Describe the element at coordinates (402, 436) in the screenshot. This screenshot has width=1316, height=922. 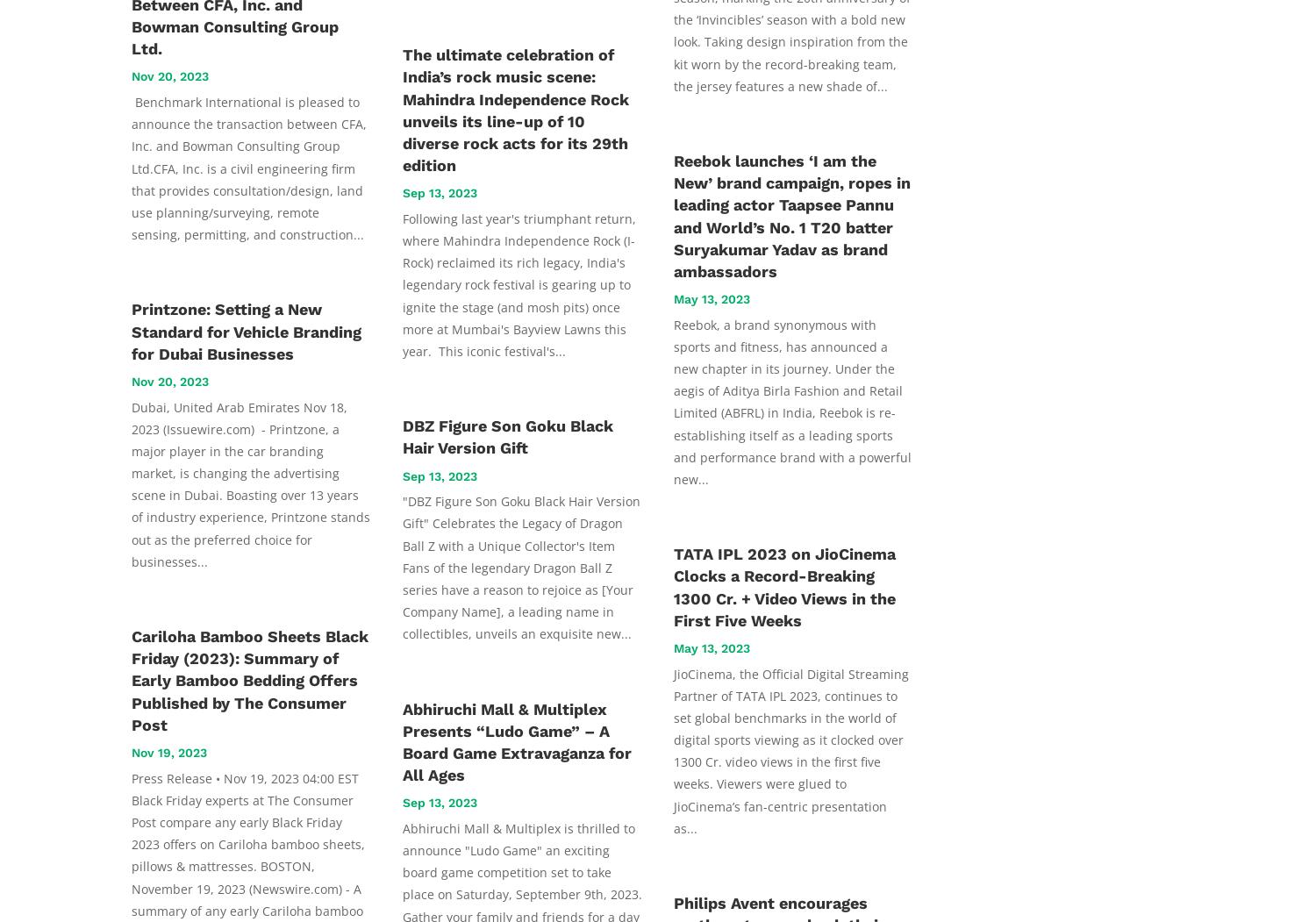
I see `'DBZ Figure Son Goku Black Hair Version Gift'` at that location.